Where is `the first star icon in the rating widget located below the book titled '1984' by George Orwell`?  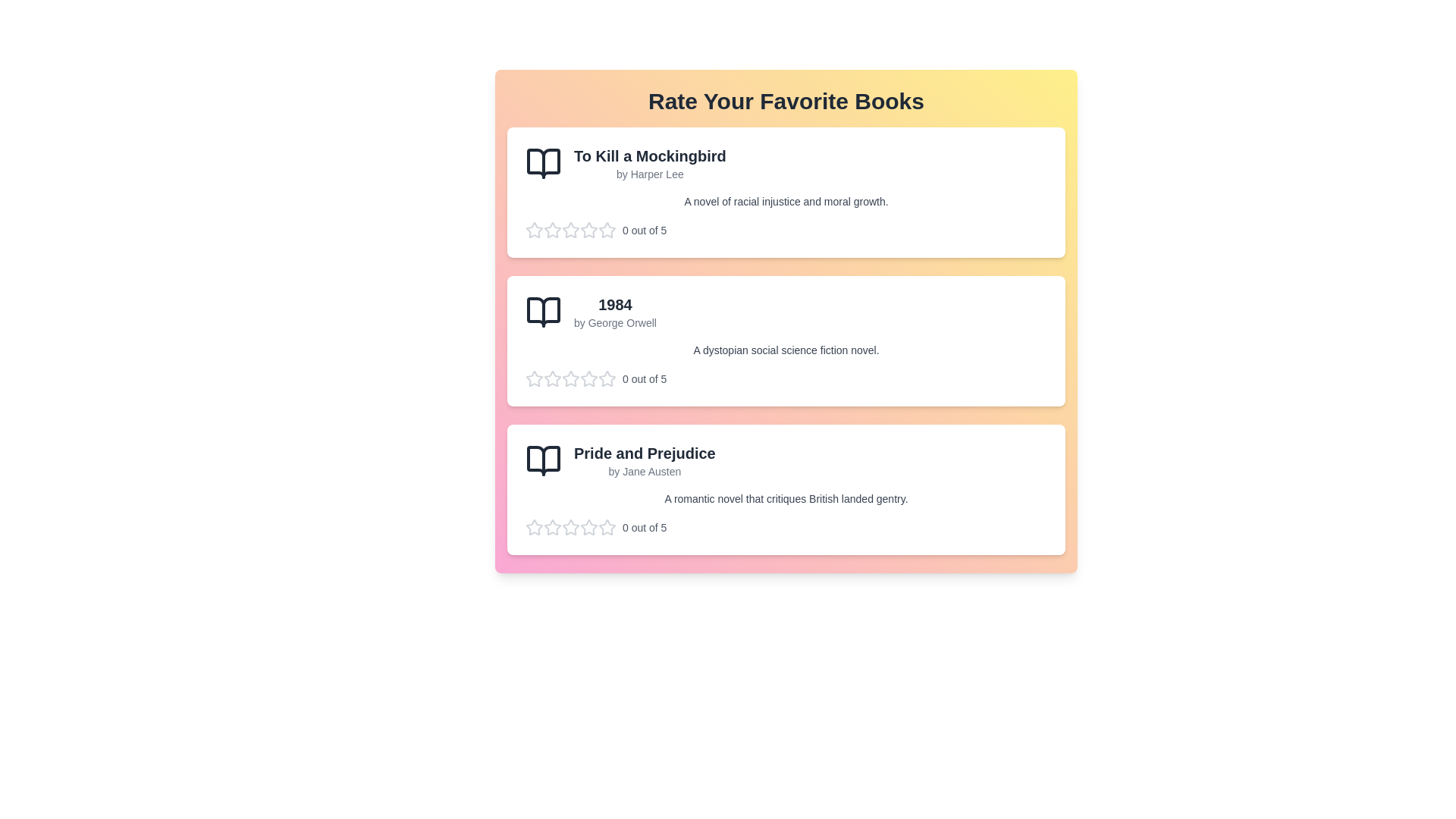
the first star icon in the rating widget located below the book titled '1984' by George Orwell is located at coordinates (535, 378).